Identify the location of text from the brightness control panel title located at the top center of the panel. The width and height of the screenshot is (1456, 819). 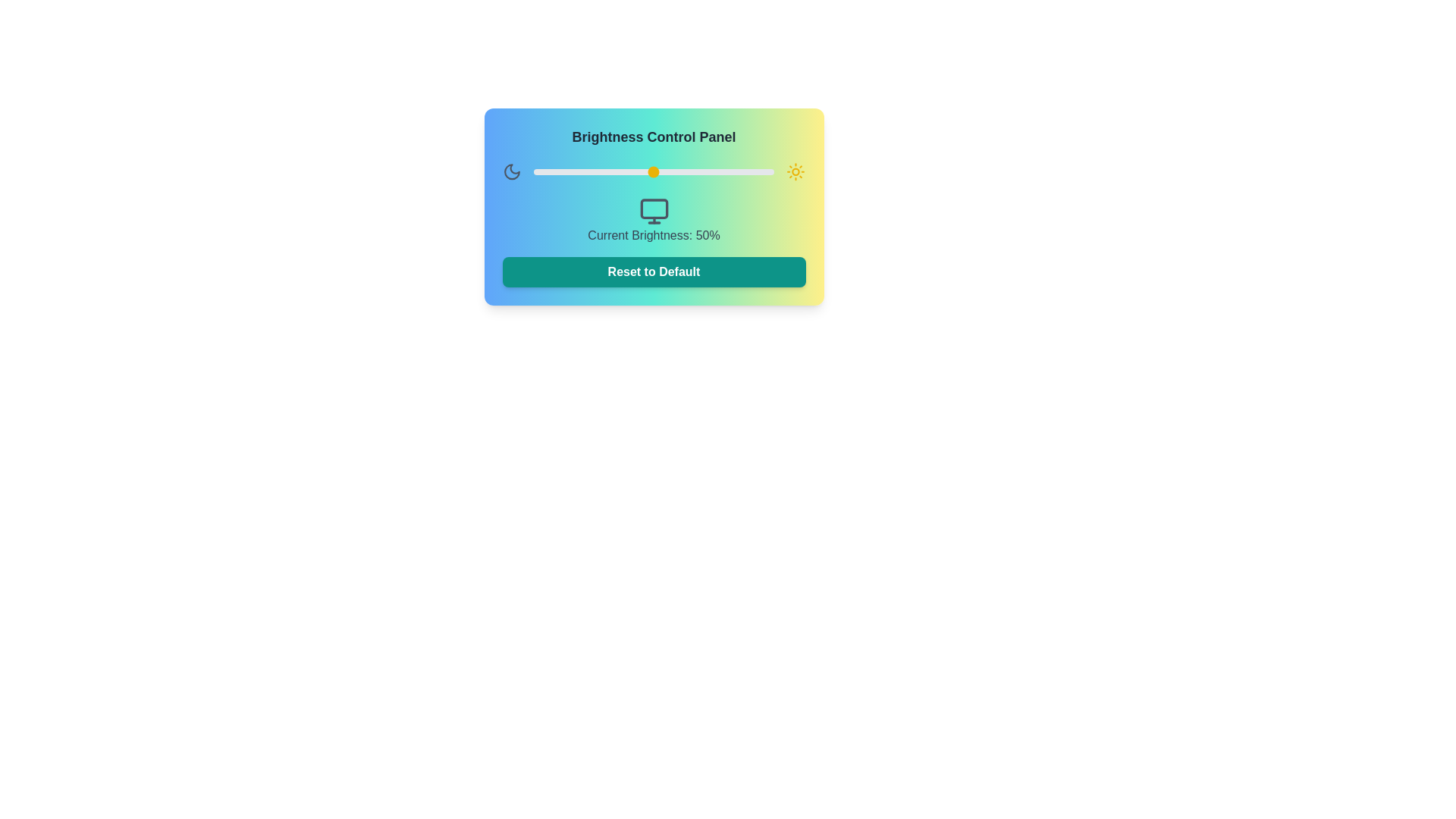
(654, 137).